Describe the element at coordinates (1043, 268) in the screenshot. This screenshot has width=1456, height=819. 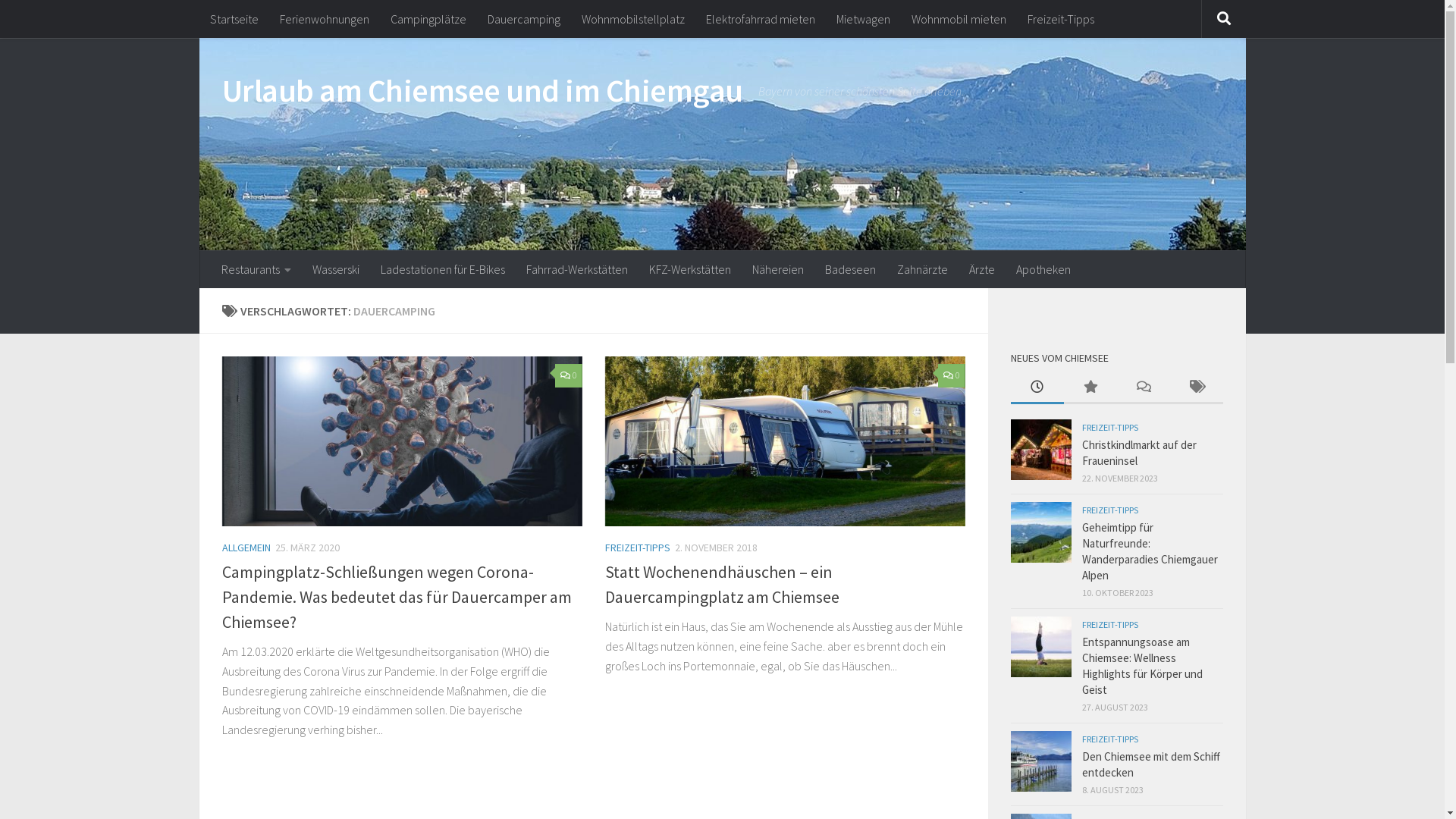
I see `'Apotheken'` at that location.